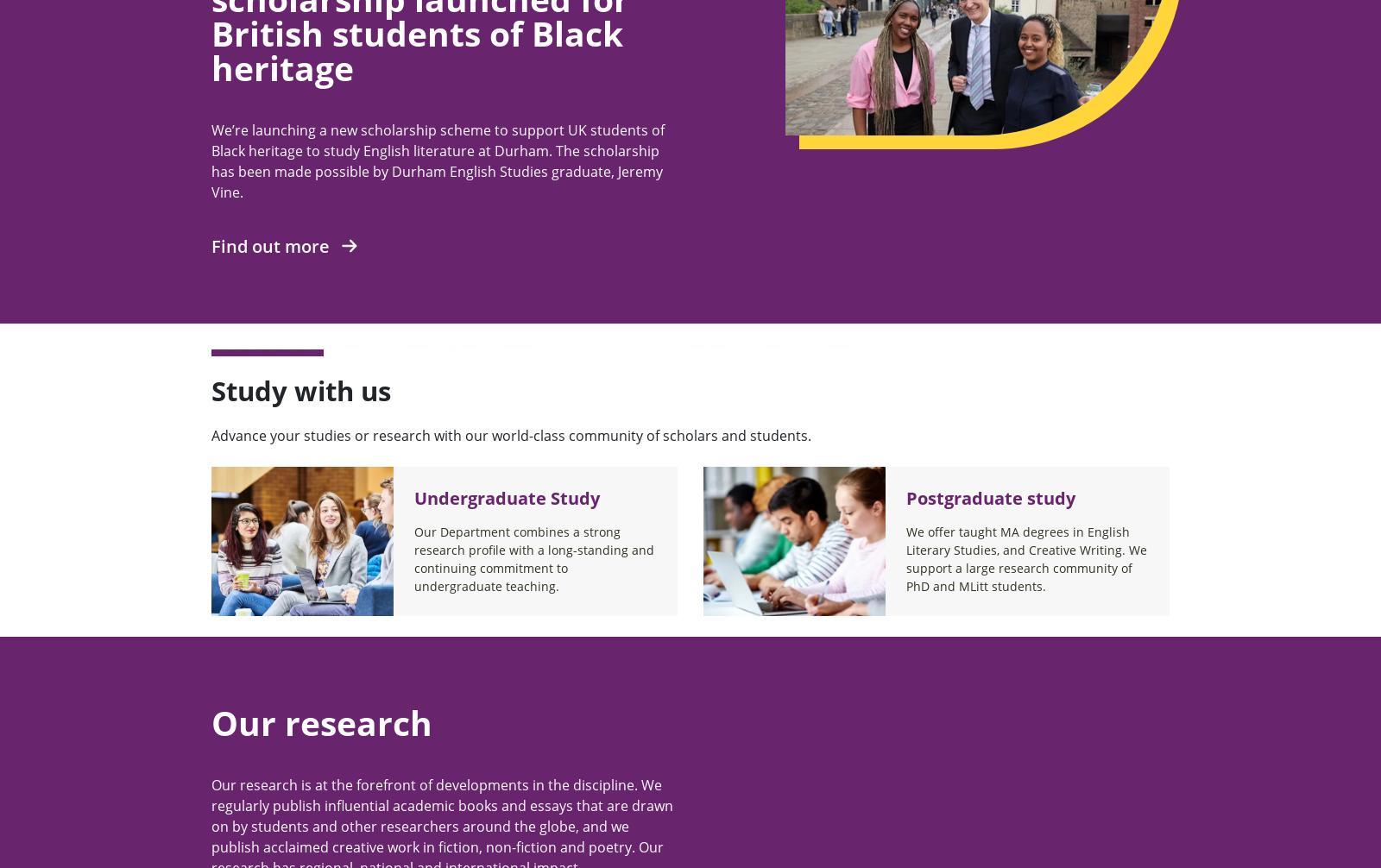 Image resolution: width=1381 pixels, height=868 pixels. I want to click on 'DH1 3LE', so click(235, 228).